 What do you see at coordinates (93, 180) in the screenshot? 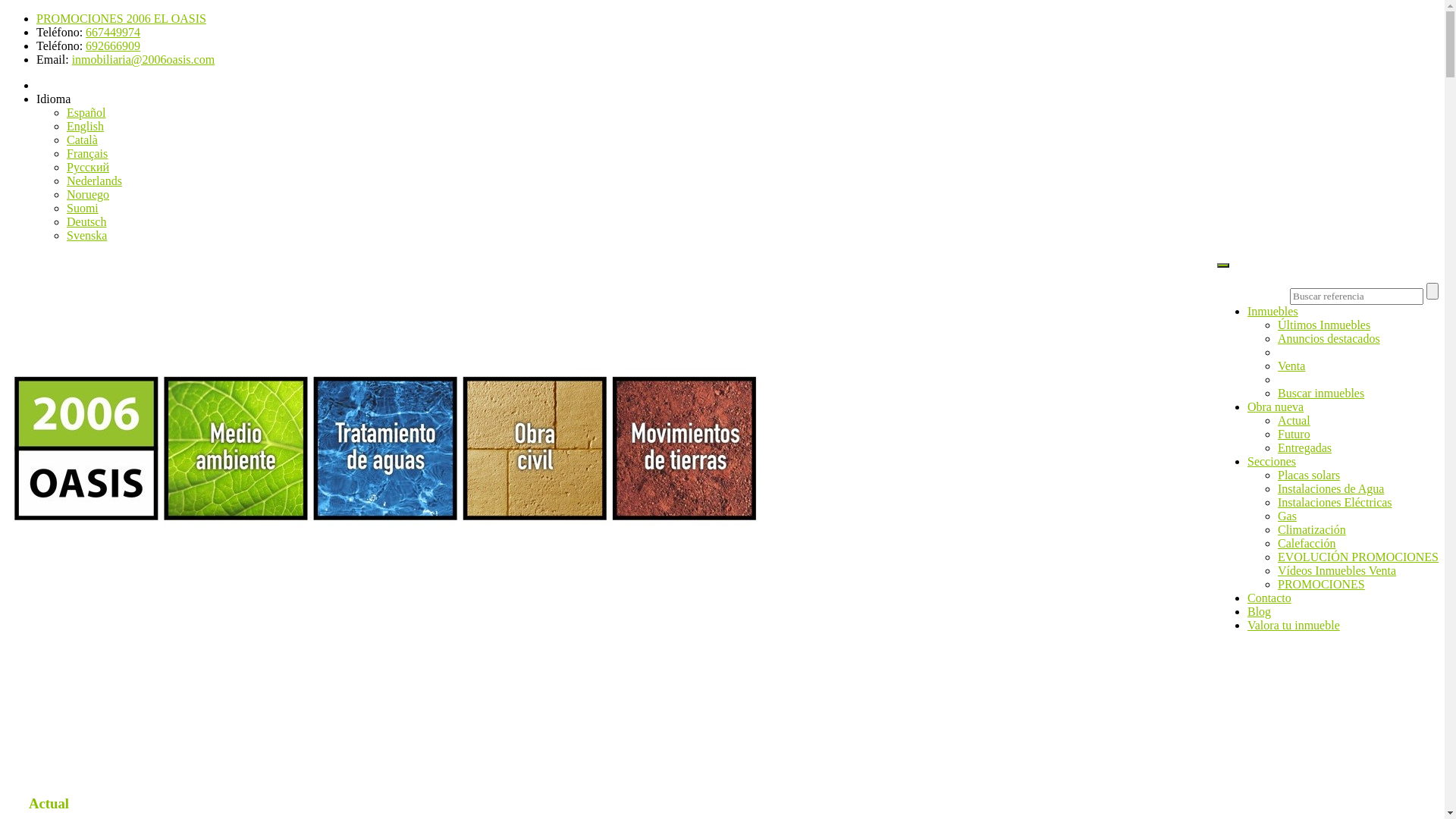
I see `'Nederlands'` at bounding box center [93, 180].